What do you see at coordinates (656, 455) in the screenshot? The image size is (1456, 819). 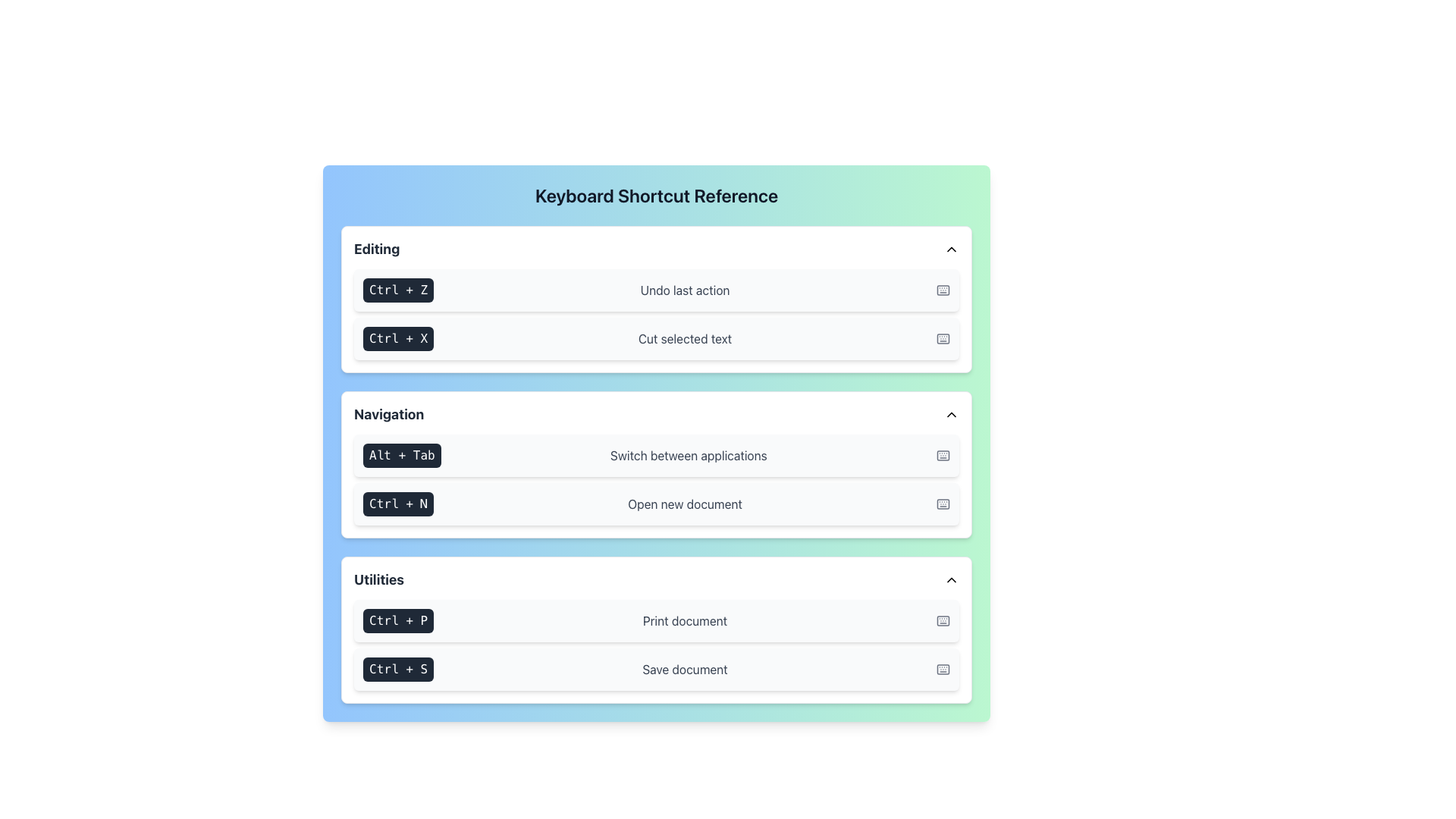 I see `the first Informational list item under the 'Navigation' category that displays the keyboard shortcut 'Alt + Tab' and its description 'Switch between applications'` at bounding box center [656, 455].